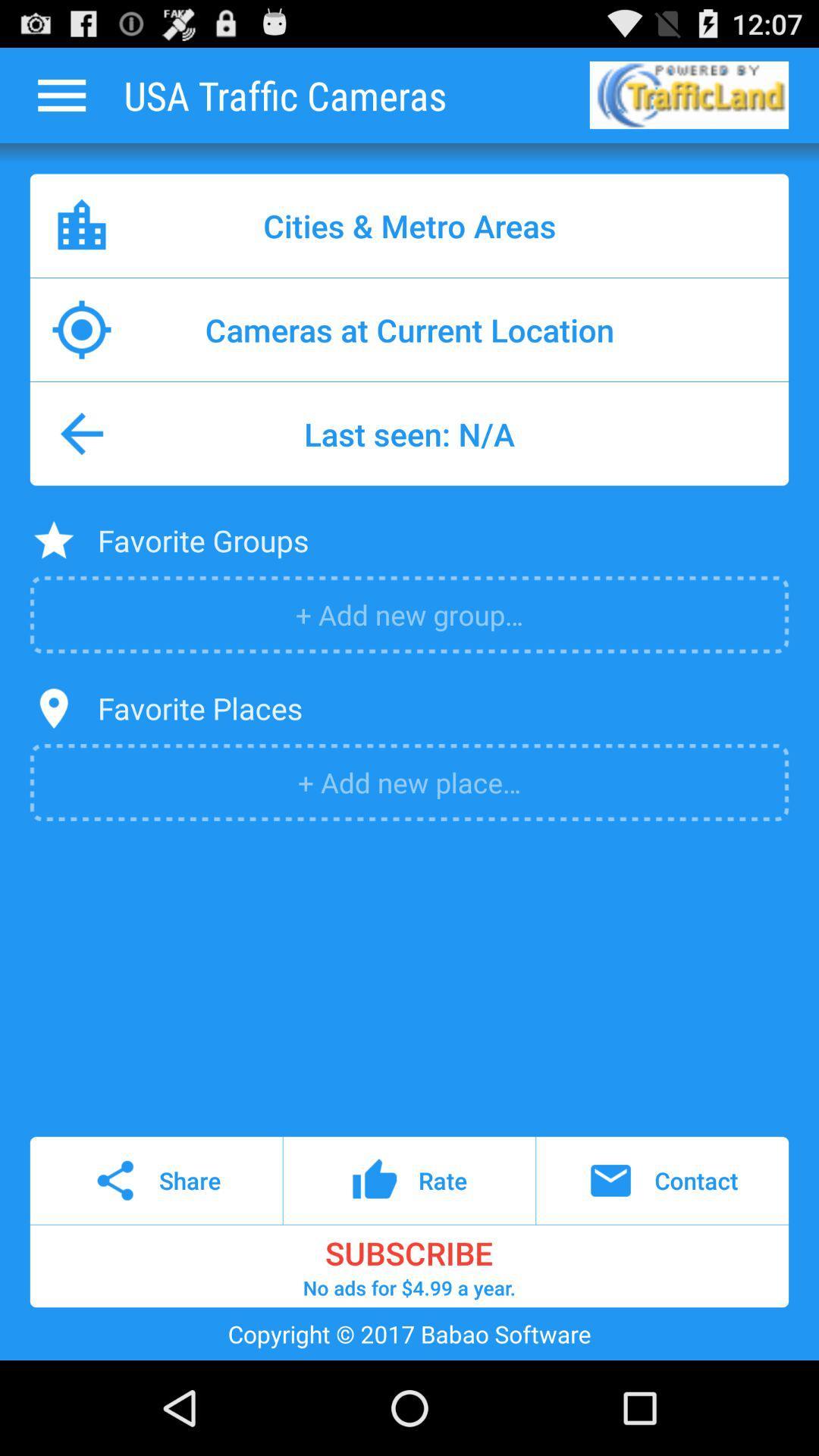  I want to click on previous, so click(61, 94).